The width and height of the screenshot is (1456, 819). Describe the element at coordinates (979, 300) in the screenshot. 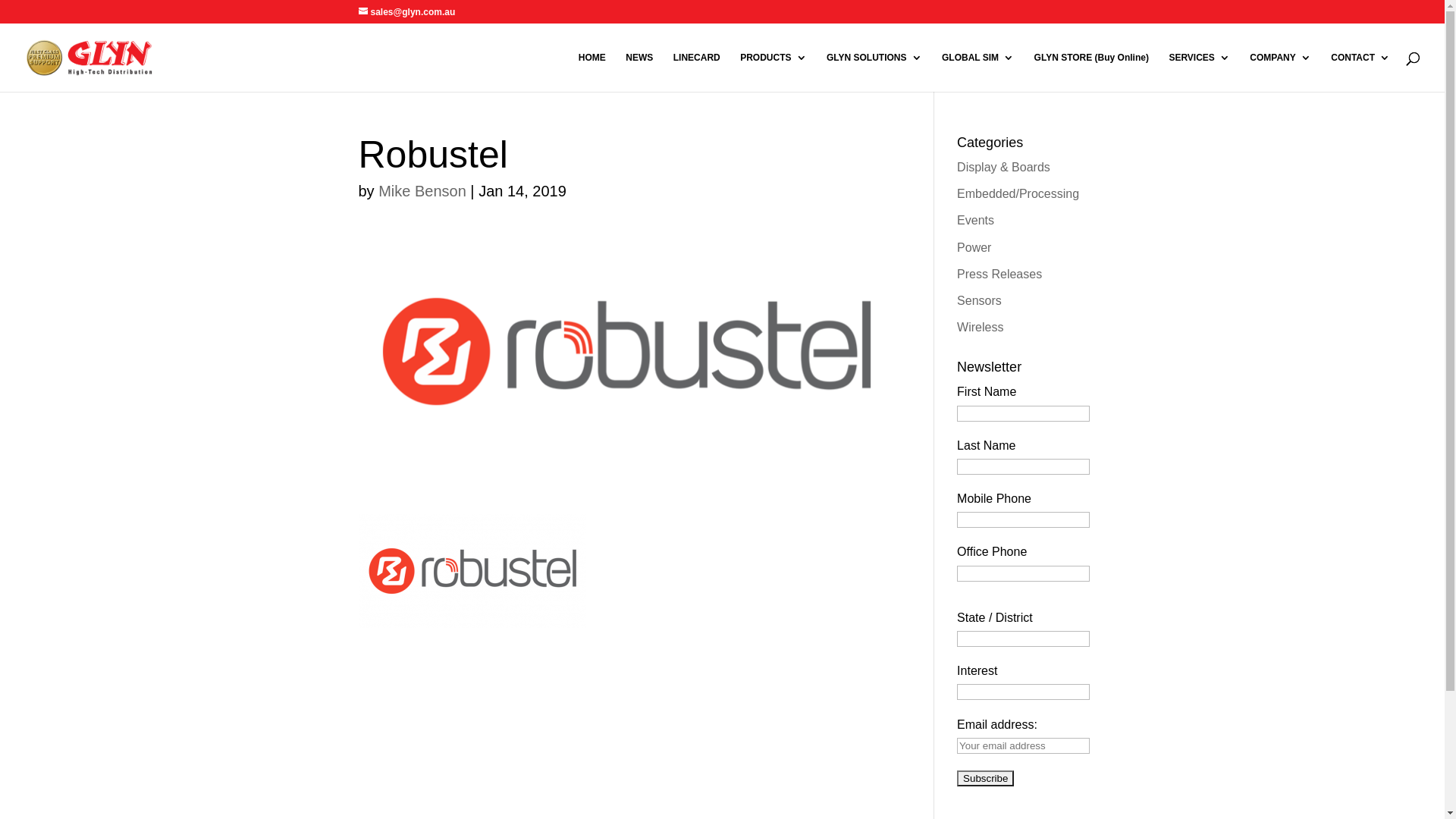

I see `'Sensors'` at that location.